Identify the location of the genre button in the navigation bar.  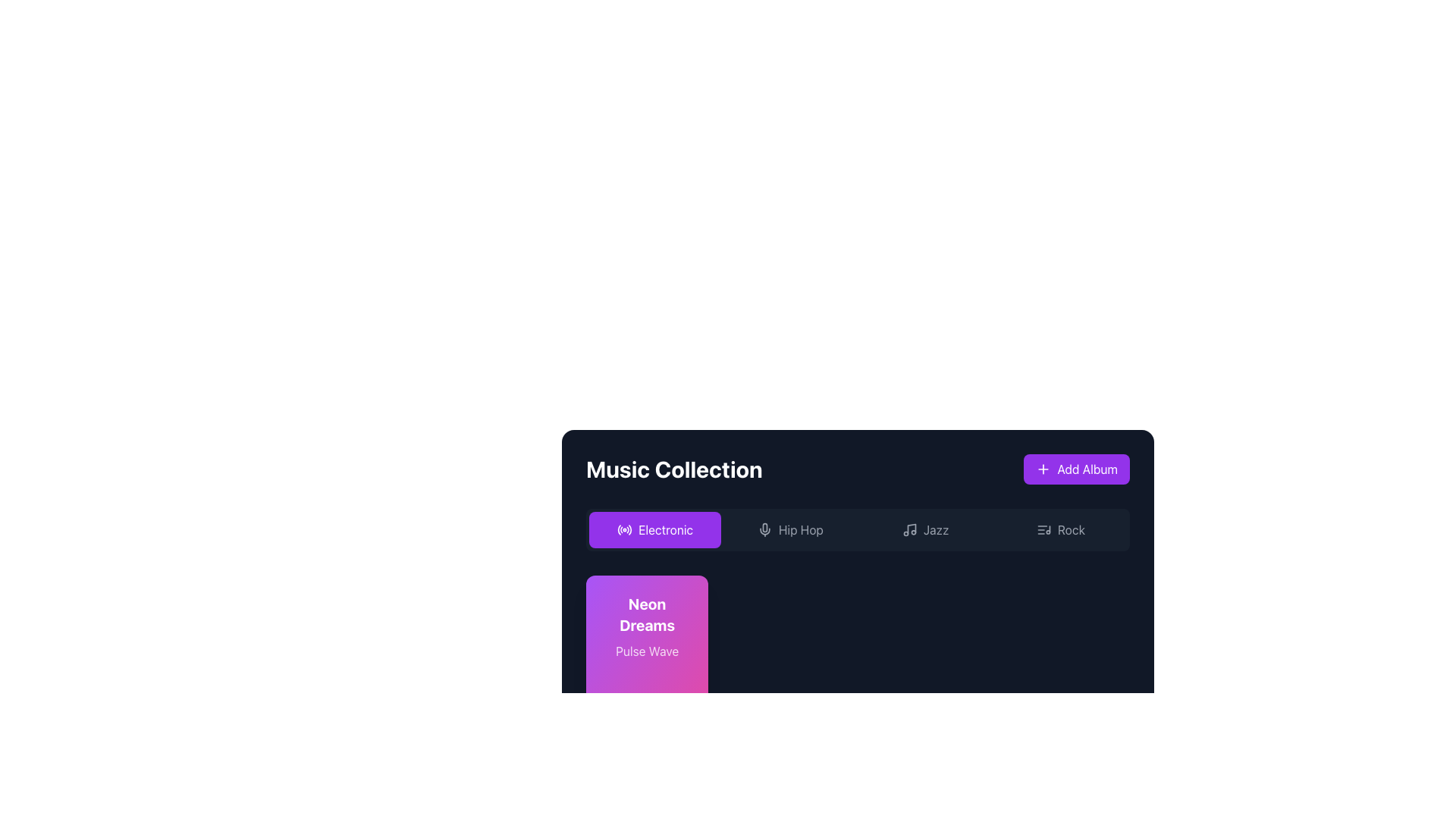
(858, 529).